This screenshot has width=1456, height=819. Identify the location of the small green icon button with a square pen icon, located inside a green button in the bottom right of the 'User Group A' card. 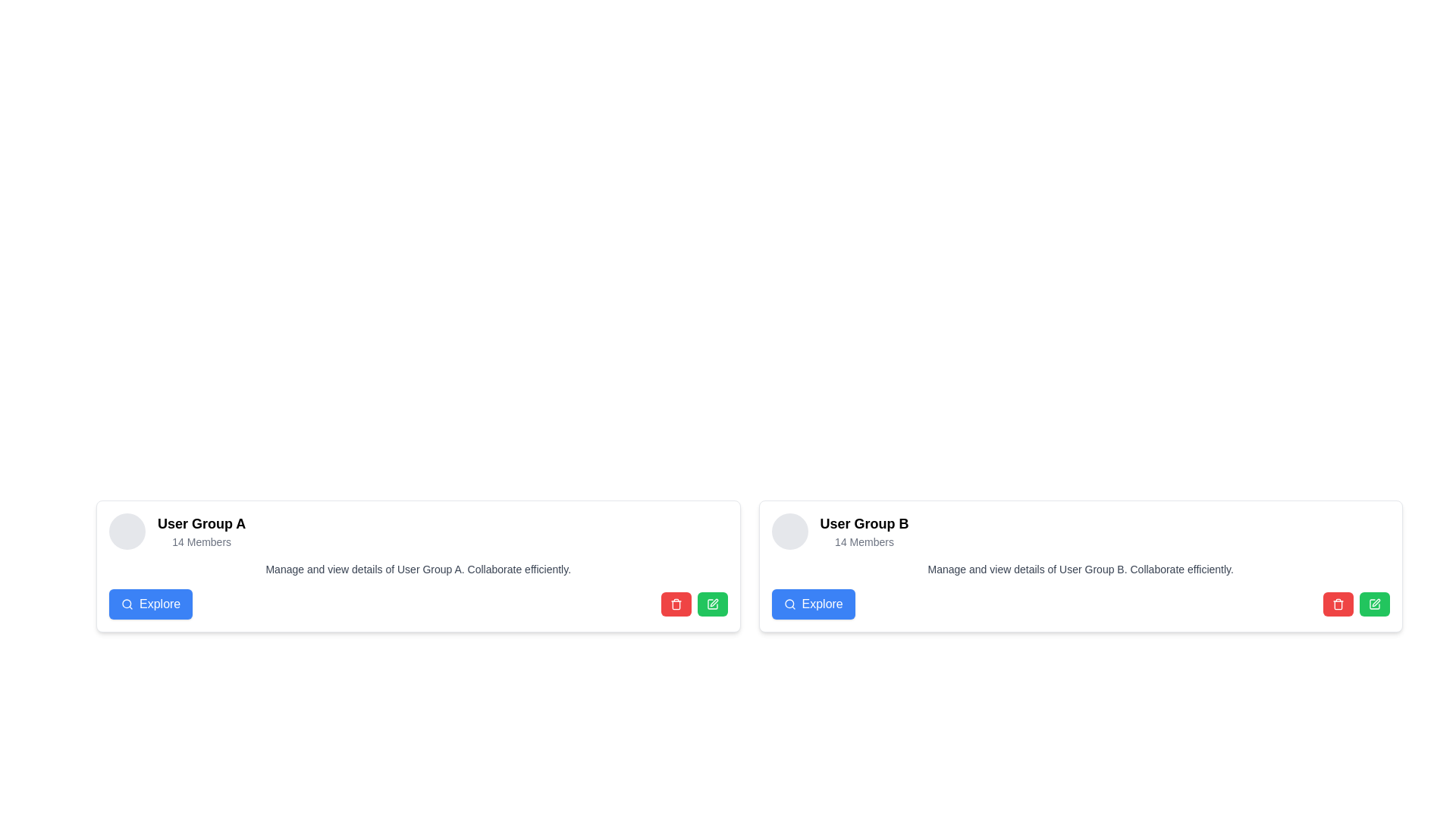
(711, 604).